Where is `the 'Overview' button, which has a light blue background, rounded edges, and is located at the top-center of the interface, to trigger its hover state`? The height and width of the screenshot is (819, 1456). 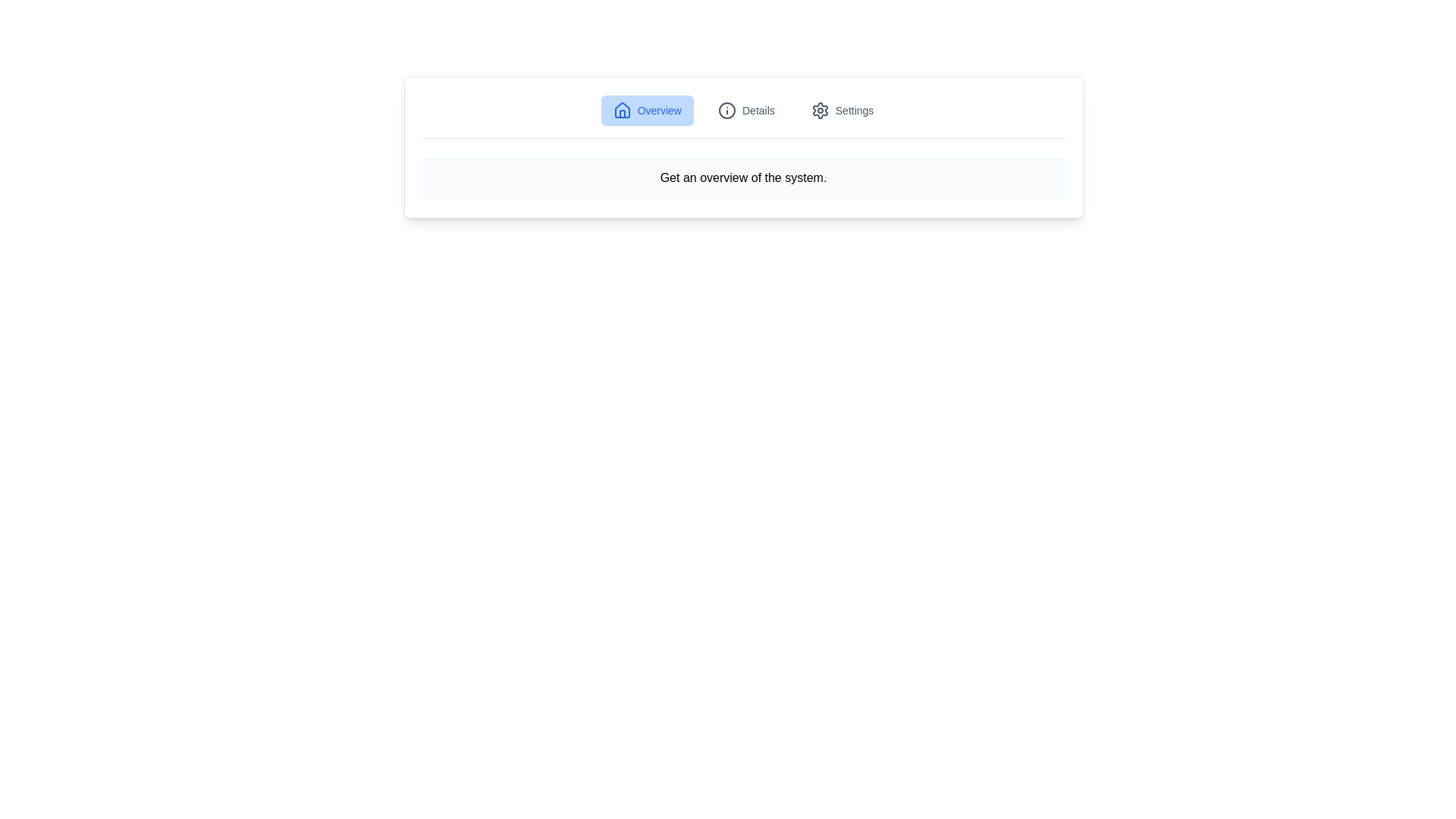 the 'Overview' button, which has a light blue background, rounded edges, and is located at the top-center of the interface, to trigger its hover state is located at coordinates (647, 110).